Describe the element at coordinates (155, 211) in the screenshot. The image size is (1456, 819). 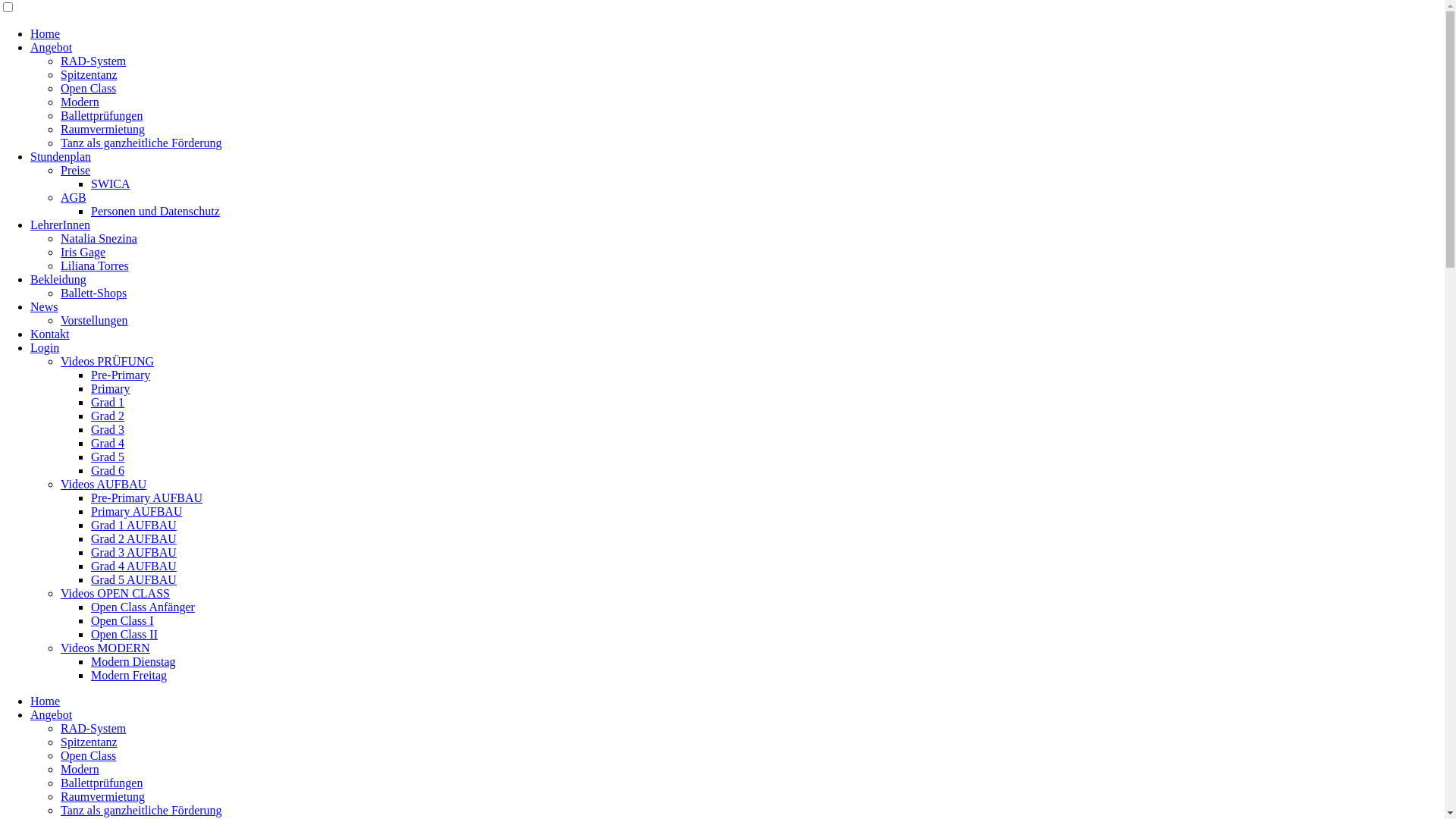
I see `'Personen und Datenschutz'` at that location.